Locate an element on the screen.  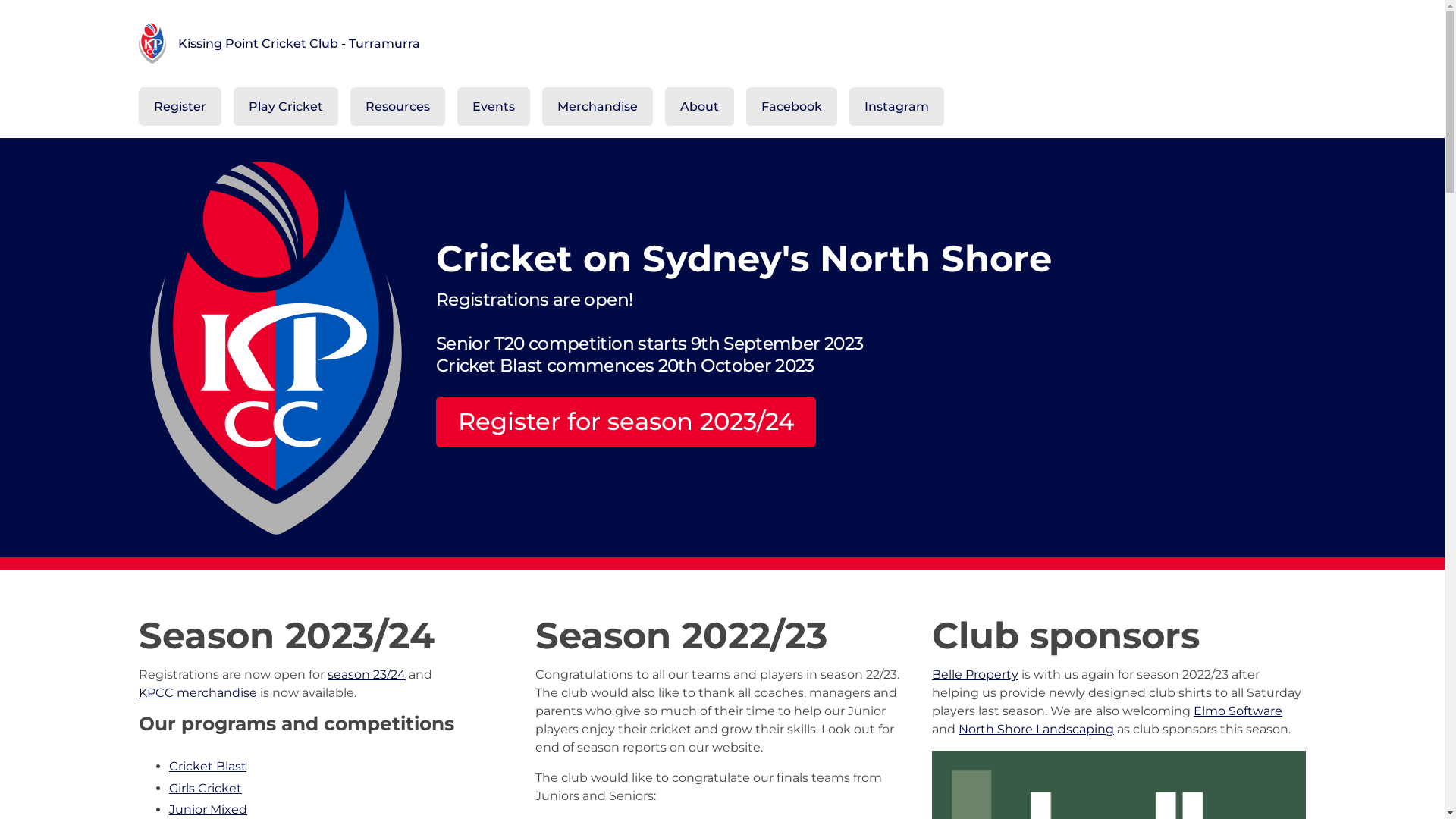
'Belle Property' is located at coordinates (975, 673).